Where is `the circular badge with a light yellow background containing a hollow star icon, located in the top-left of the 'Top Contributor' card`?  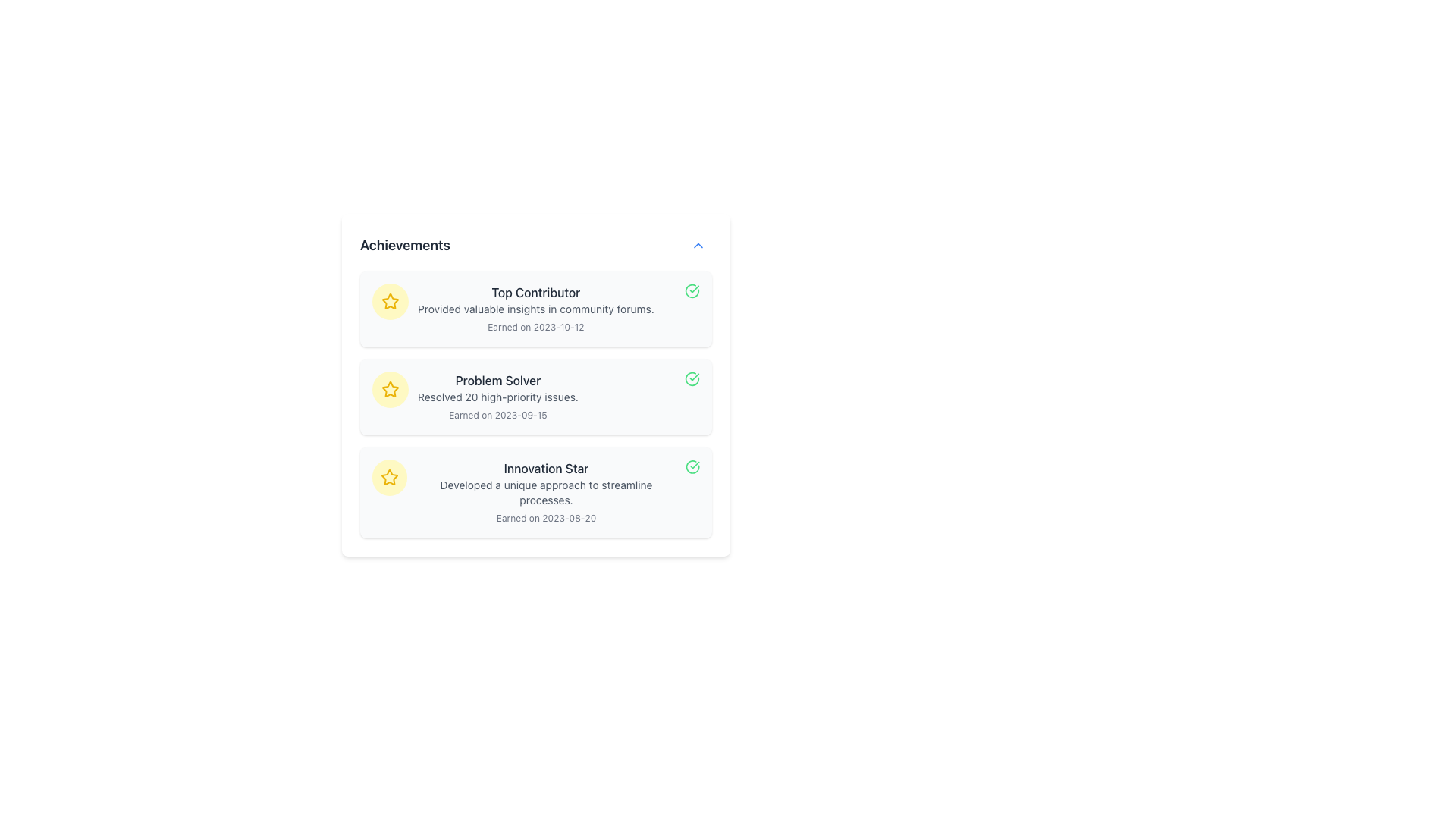
the circular badge with a light yellow background containing a hollow star icon, located in the top-left of the 'Top Contributor' card is located at coordinates (390, 301).